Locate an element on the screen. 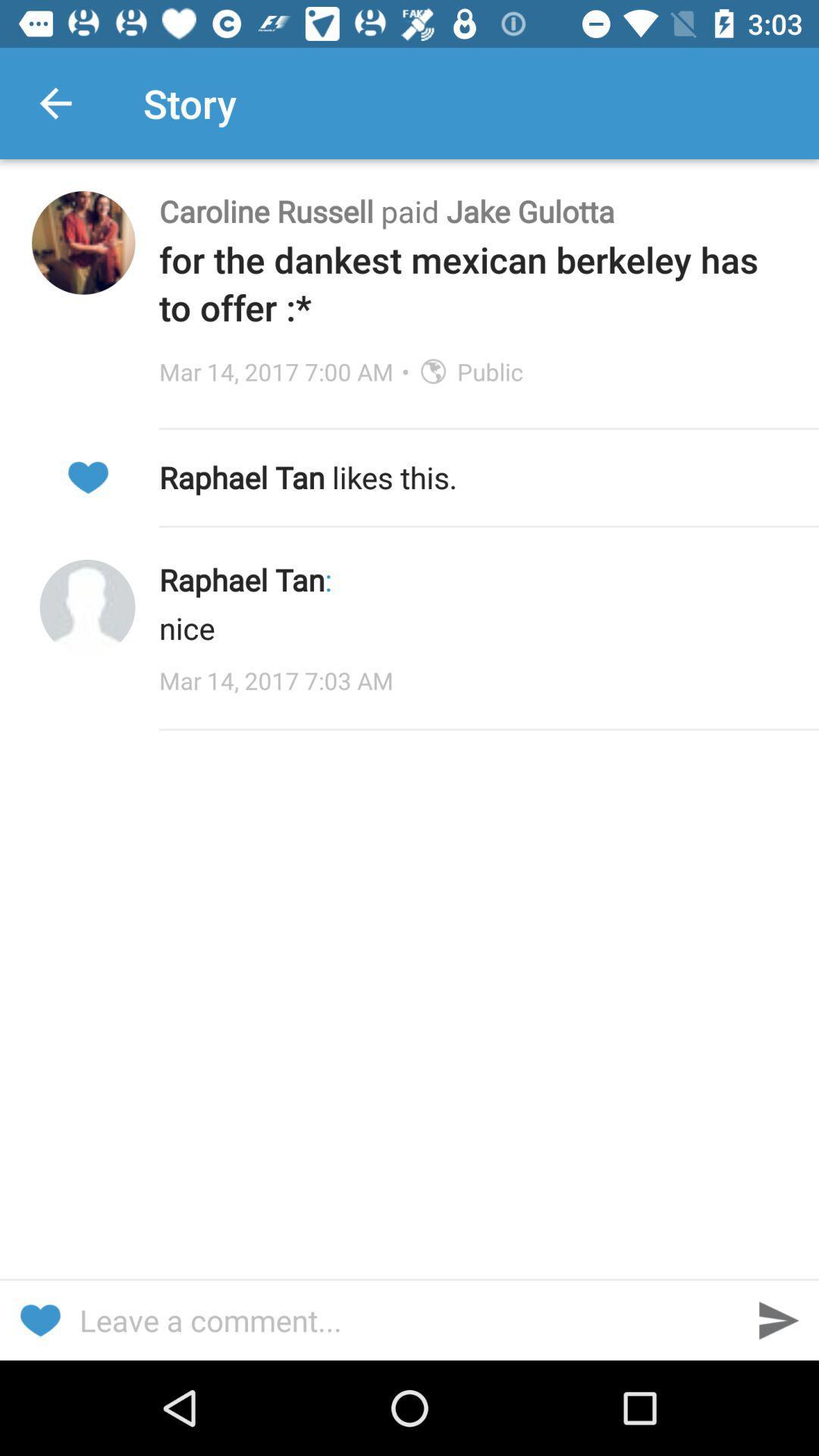 This screenshot has width=819, height=1456. the item to the left of the story icon is located at coordinates (55, 102).